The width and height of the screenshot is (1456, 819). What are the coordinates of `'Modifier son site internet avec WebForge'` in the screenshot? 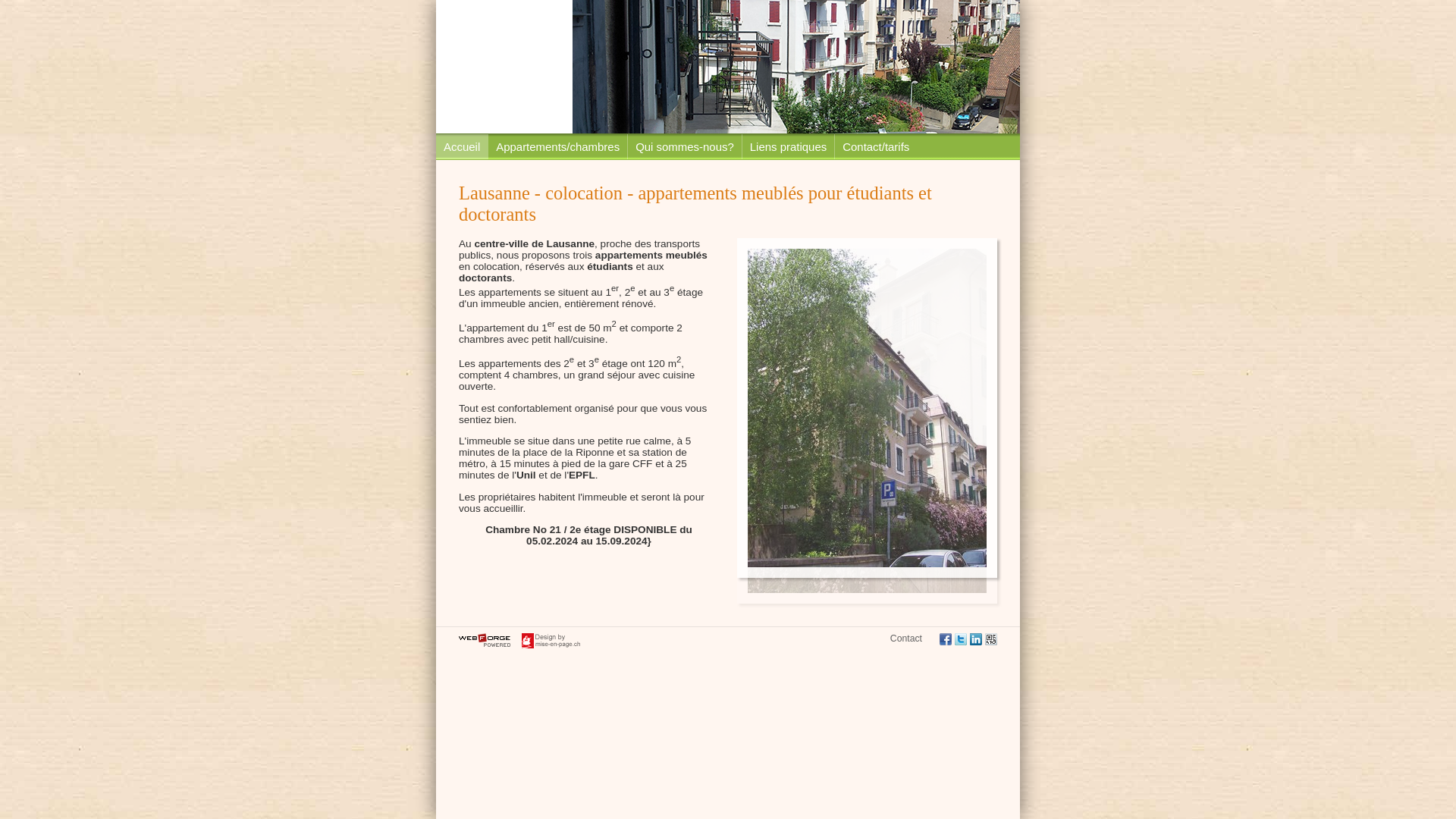 It's located at (483, 640).